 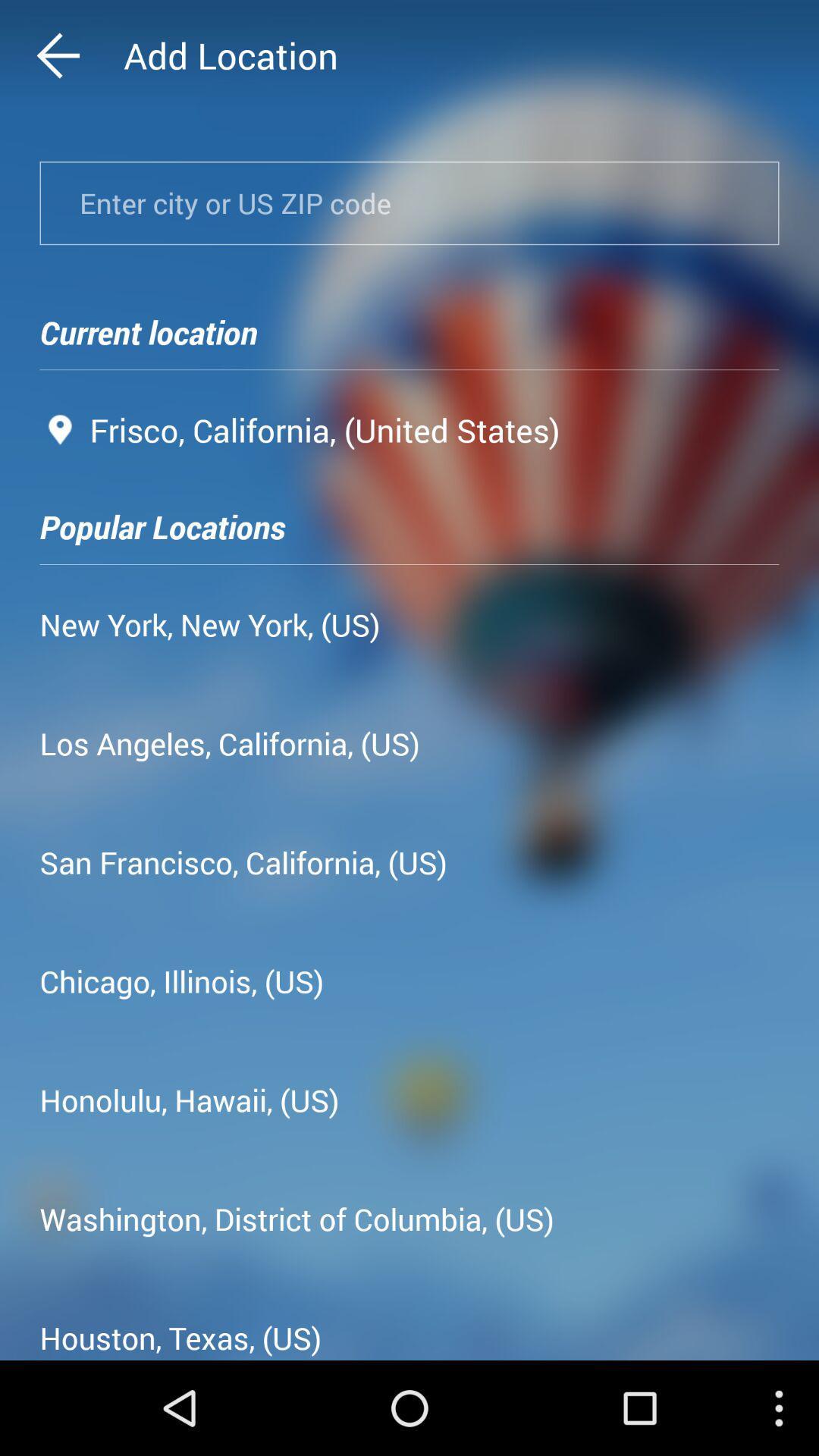 What do you see at coordinates (409, 202) in the screenshot?
I see `city or zip` at bounding box center [409, 202].